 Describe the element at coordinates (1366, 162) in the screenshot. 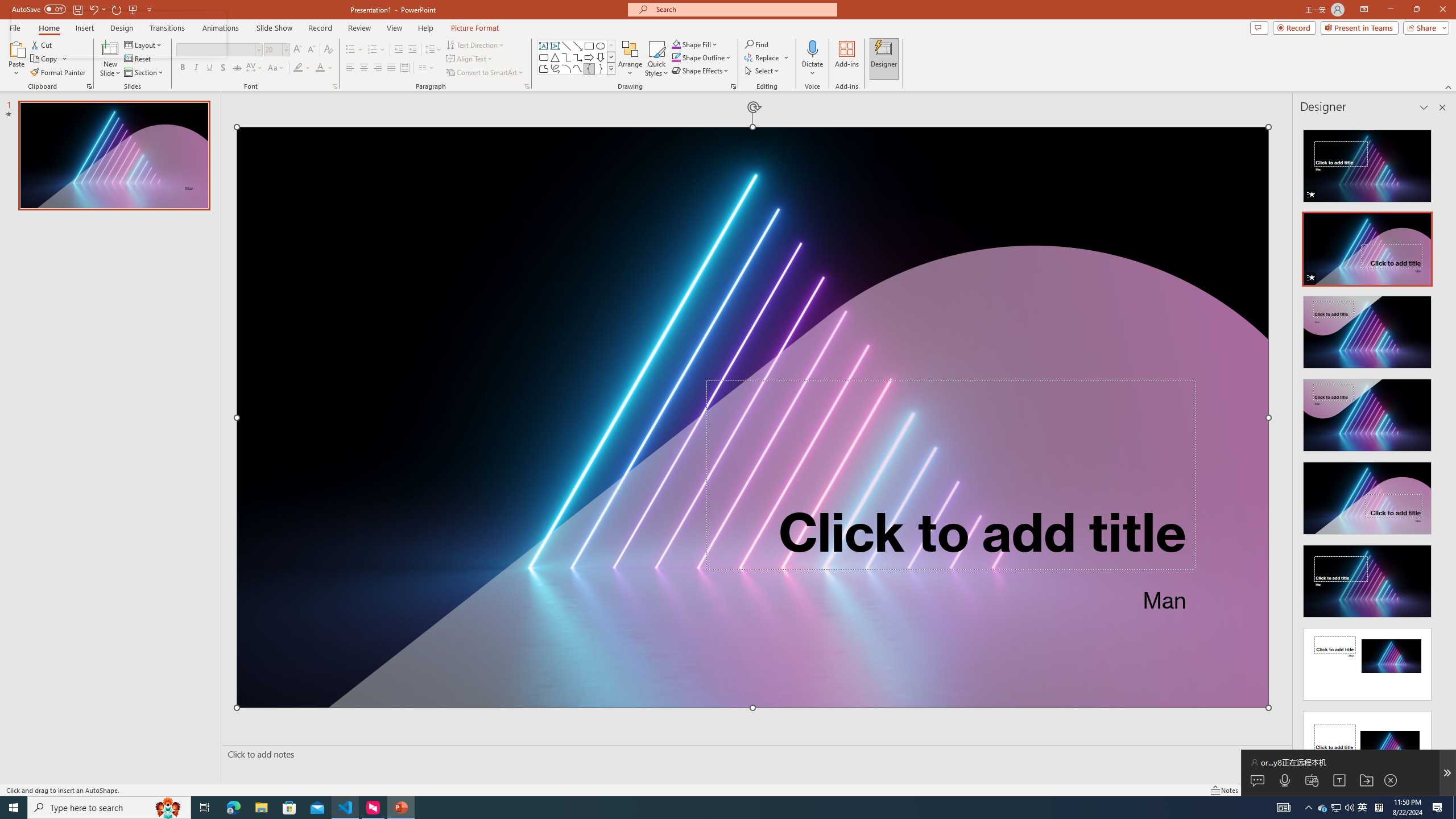

I see `'Recommended Design: Animation'` at that location.